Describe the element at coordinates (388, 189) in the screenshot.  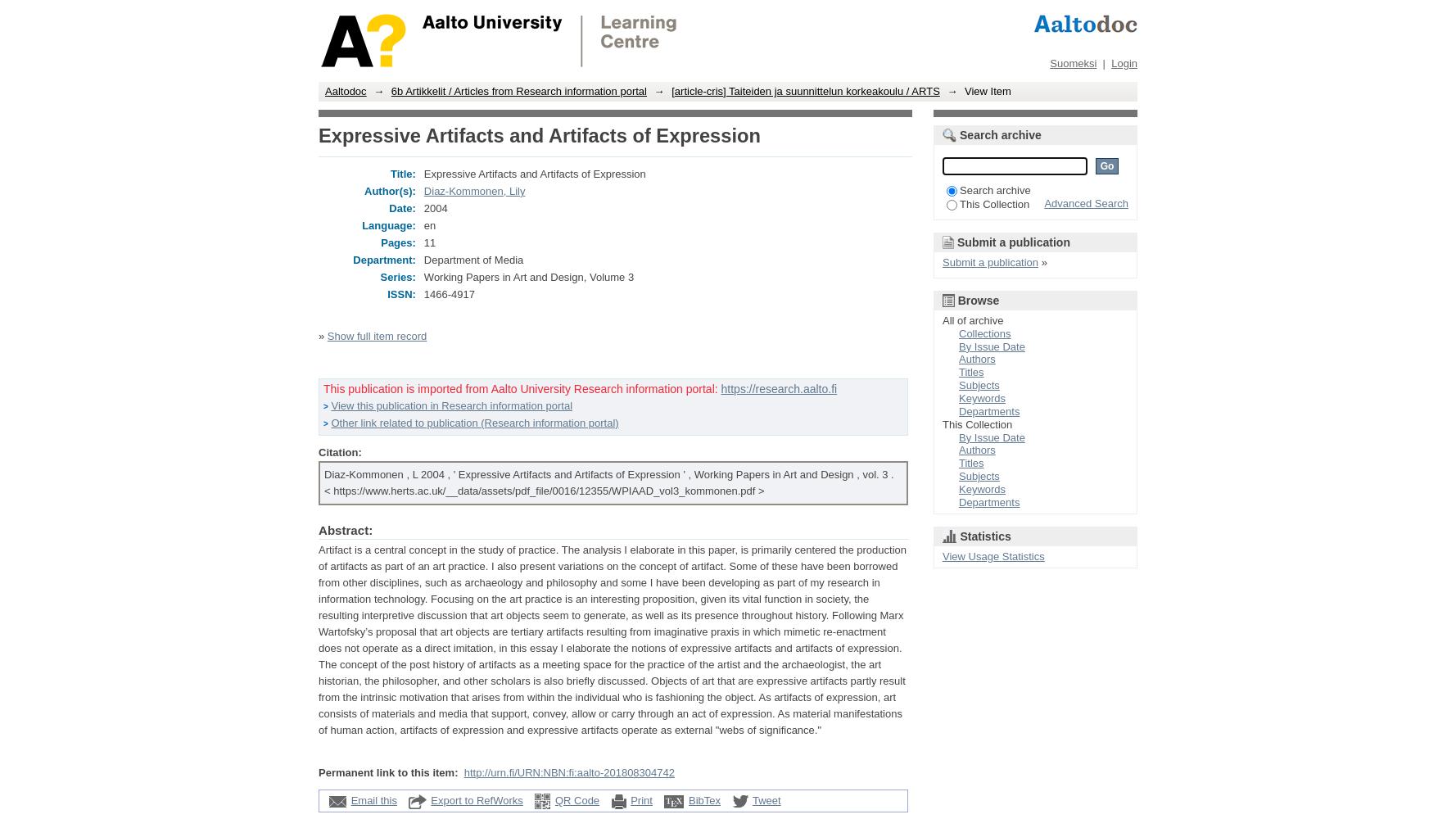
I see `'Author(s):'` at that location.